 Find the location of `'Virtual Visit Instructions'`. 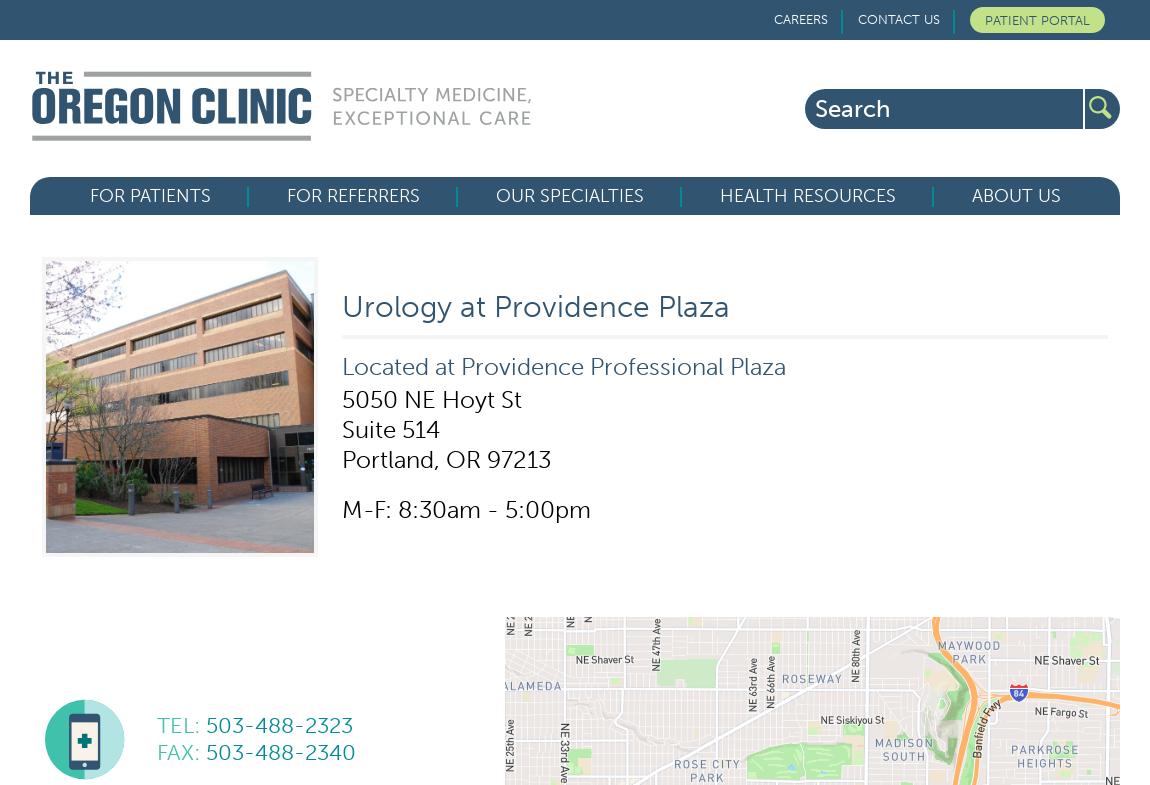

'Virtual Visit Instructions' is located at coordinates (88, 359).